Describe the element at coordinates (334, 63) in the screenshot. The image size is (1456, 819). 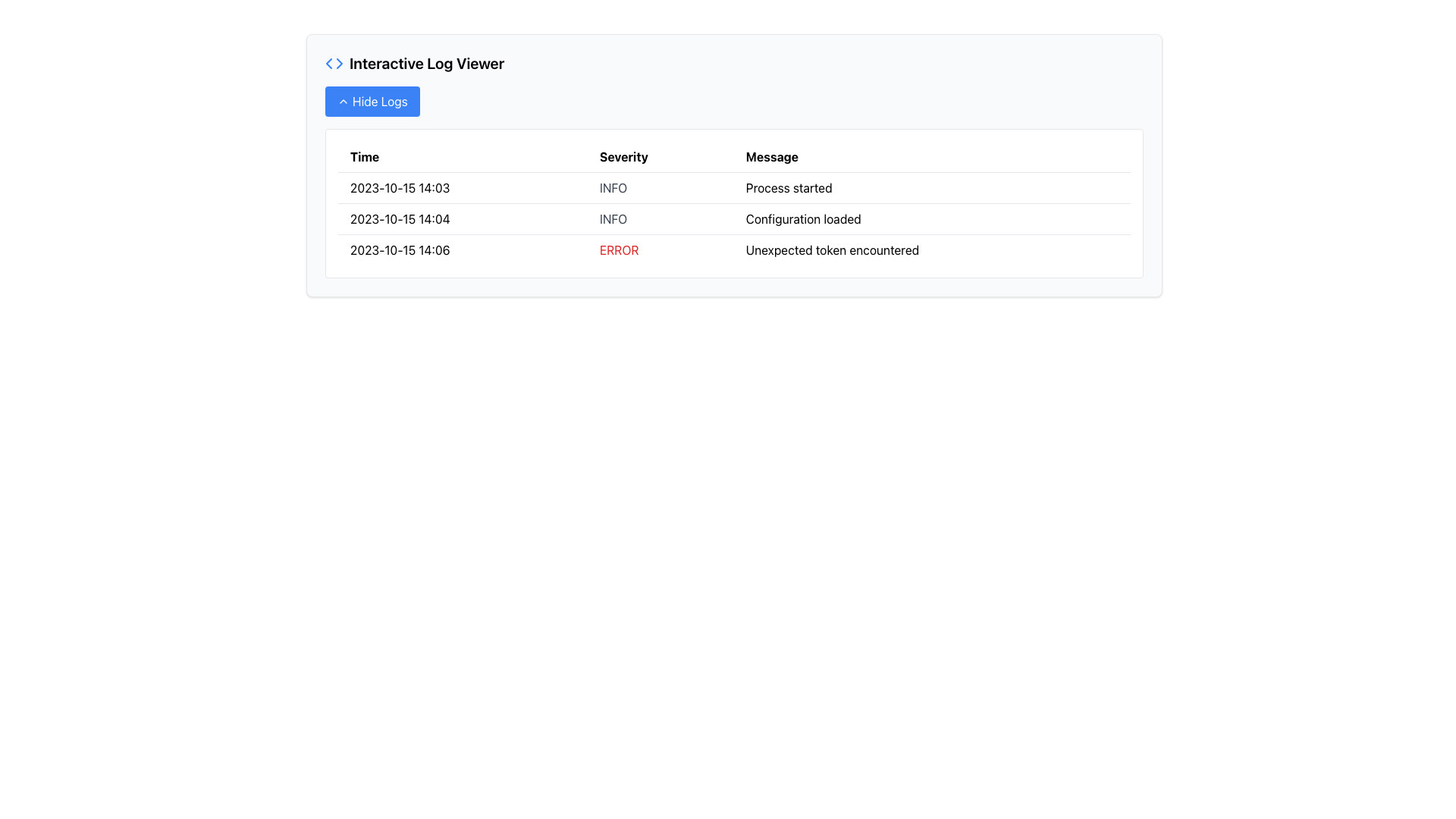
I see `the decorative icon located on the left side of the title text 'Interactive Log Viewer' in the header section` at that location.